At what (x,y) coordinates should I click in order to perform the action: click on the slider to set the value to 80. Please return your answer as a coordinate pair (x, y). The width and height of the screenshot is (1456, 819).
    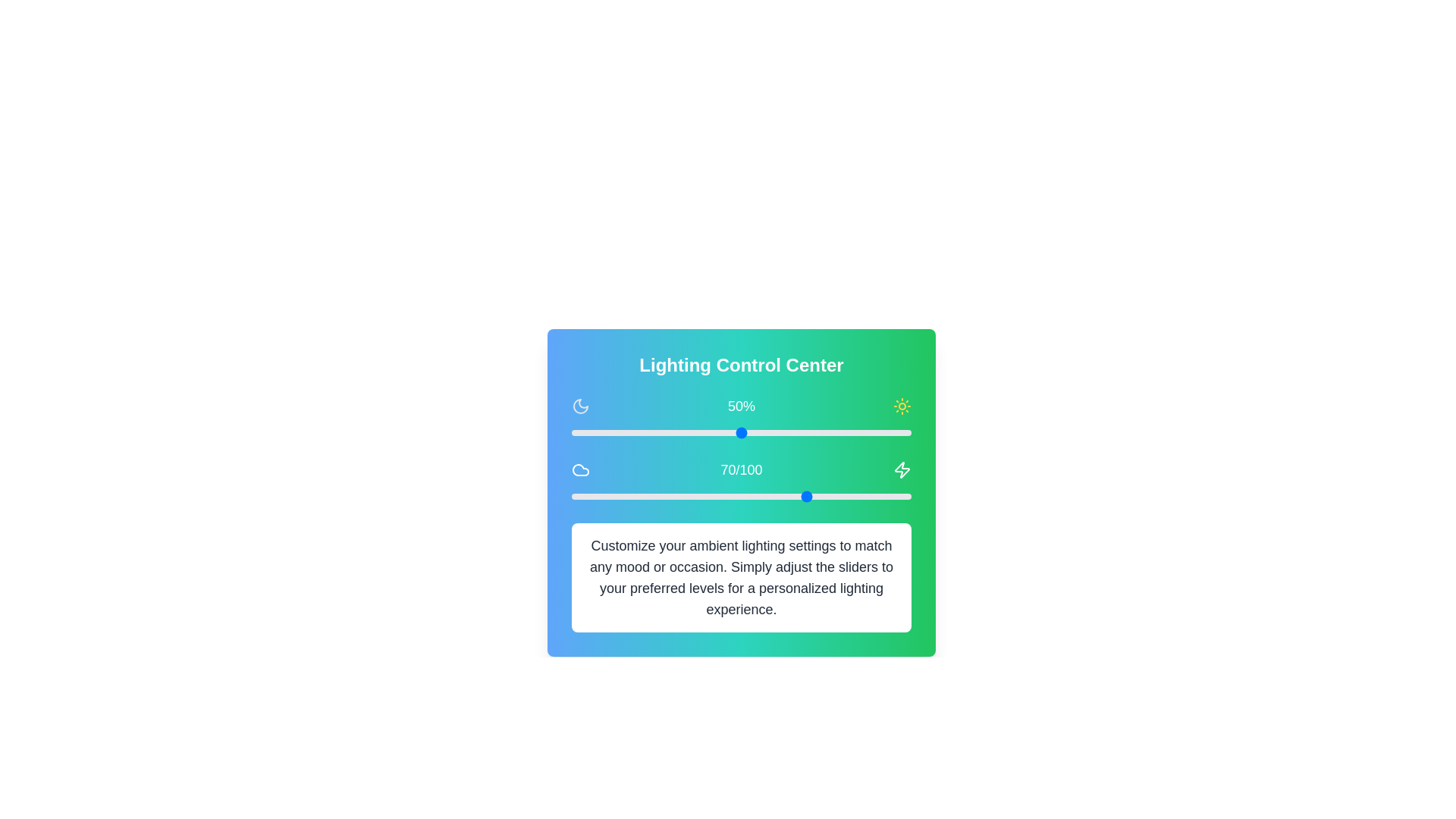
    Looking at the image, I should click on (843, 432).